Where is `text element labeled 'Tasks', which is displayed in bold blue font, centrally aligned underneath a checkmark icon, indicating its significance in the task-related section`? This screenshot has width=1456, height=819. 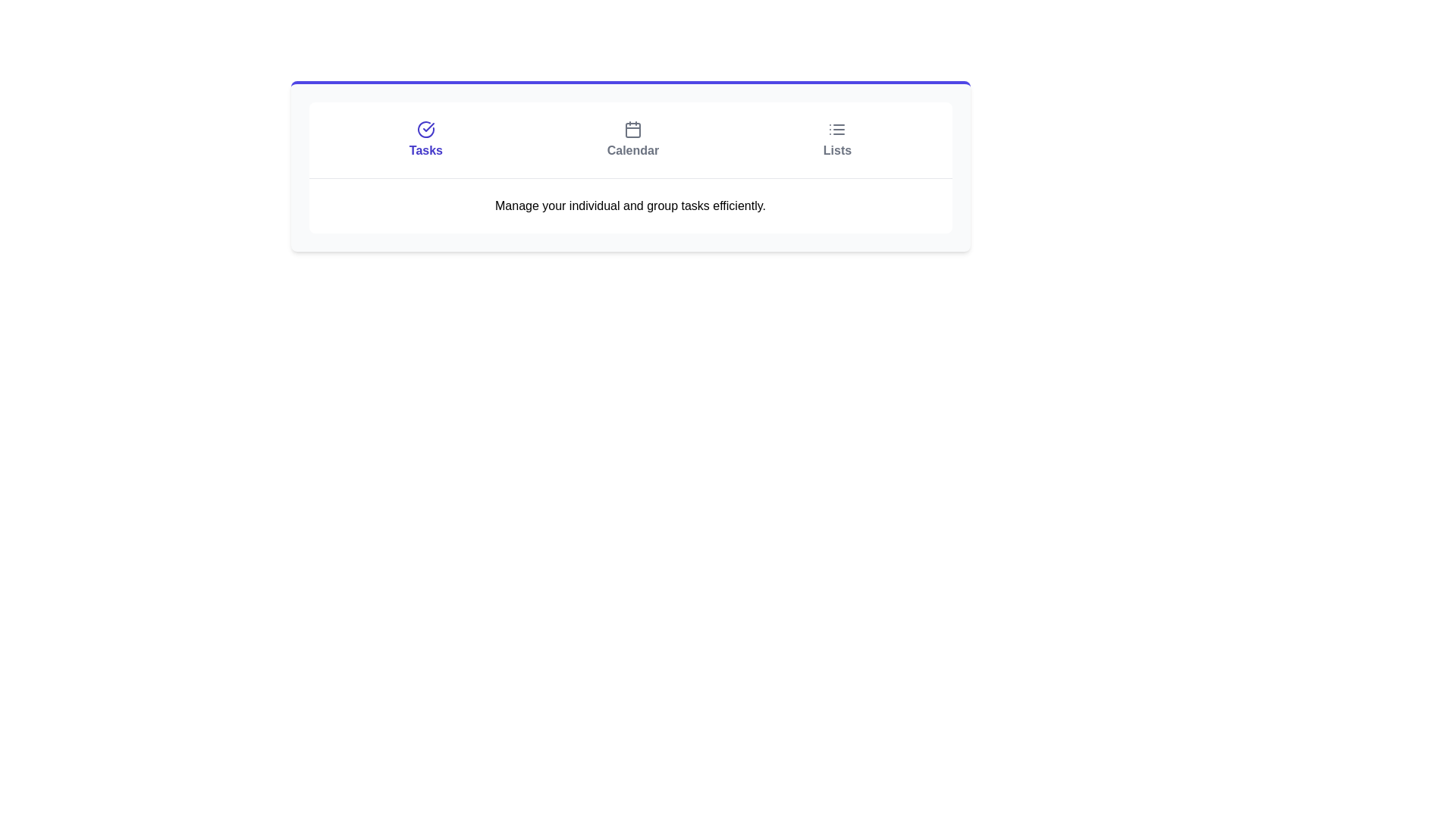
text element labeled 'Tasks', which is displayed in bold blue font, centrally aligned underneath a checkmark icon, indicating its significance in the task-related section is located at coordinates (425, 151).